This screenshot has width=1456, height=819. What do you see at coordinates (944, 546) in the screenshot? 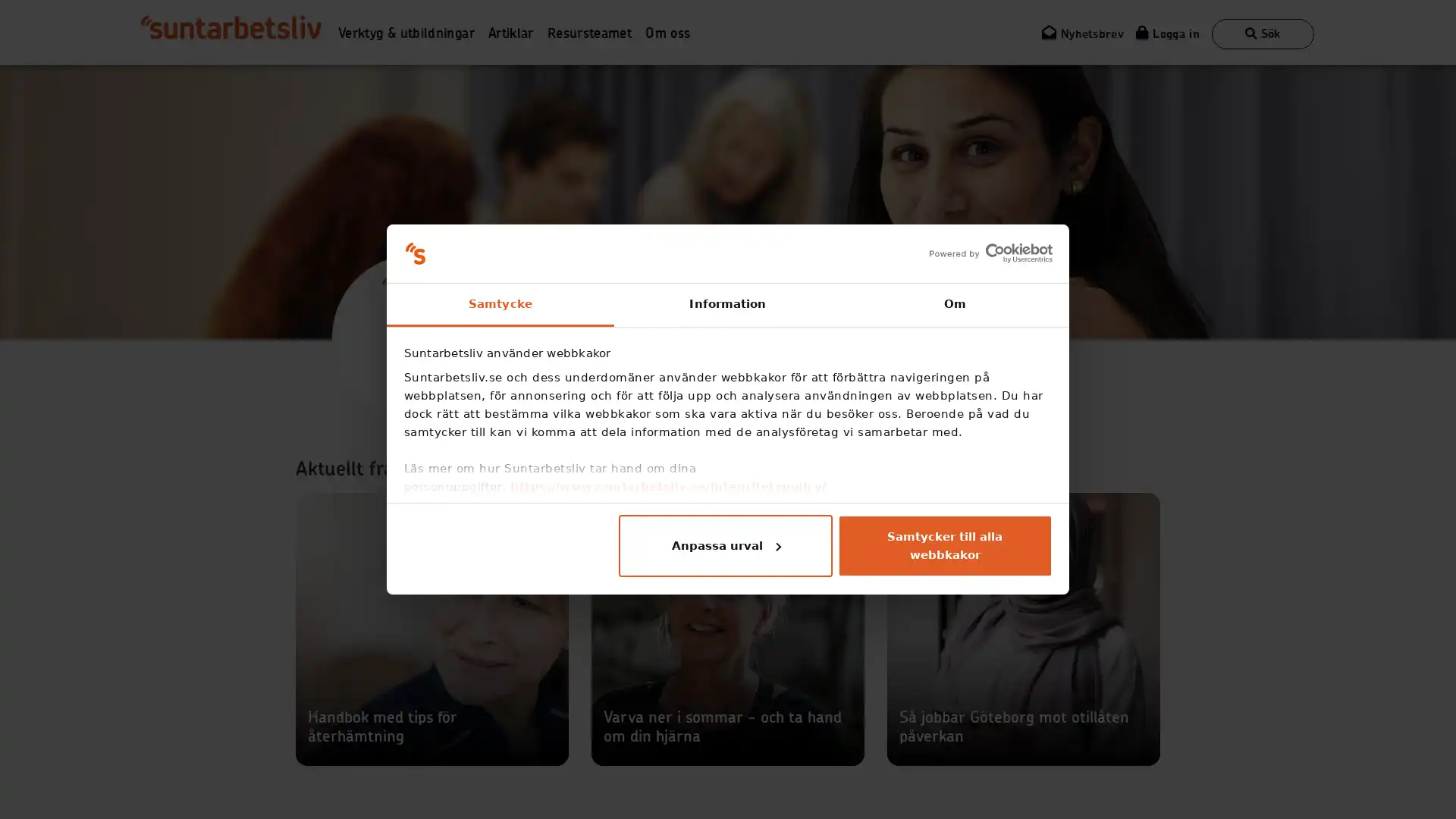
I see `Samtycker till alla webbkakor` at bounding box center [944, 546].